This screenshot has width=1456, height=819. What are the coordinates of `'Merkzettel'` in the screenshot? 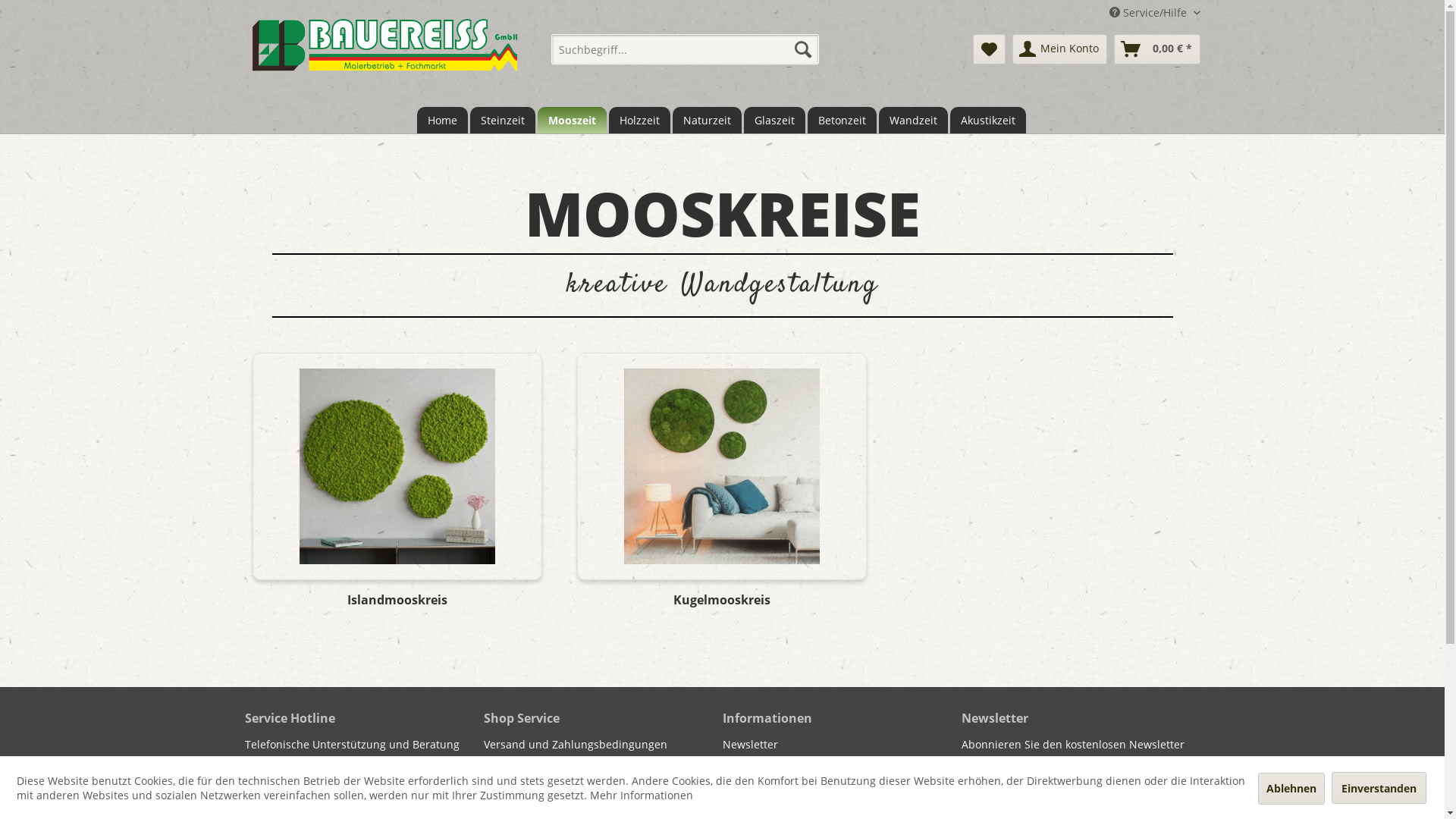 It's located at (988, 49).